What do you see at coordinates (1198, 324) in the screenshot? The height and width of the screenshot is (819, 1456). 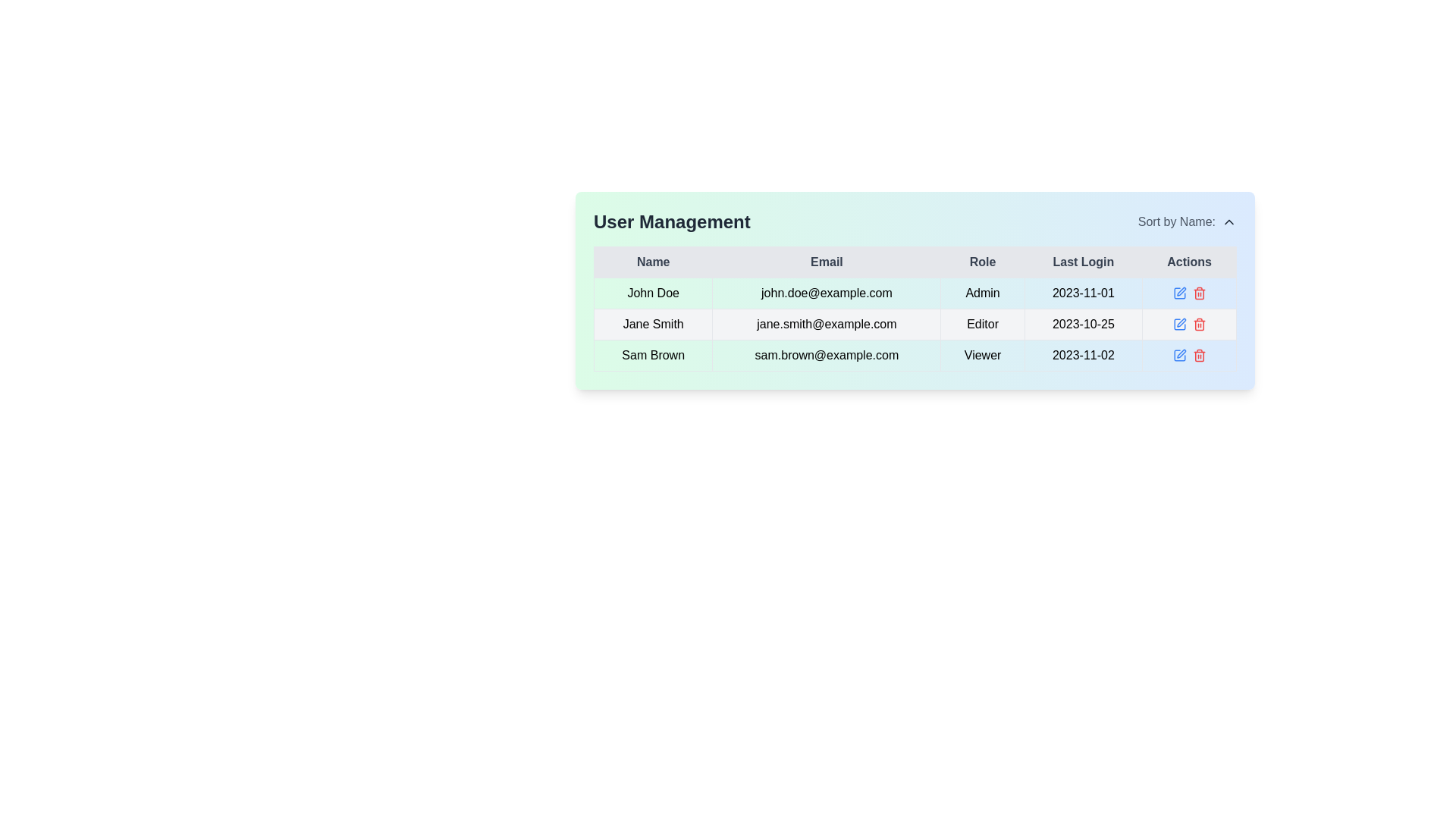 I see `the delete icon in the 'Actions' column of the second row` at bounding box center [1198, 324].